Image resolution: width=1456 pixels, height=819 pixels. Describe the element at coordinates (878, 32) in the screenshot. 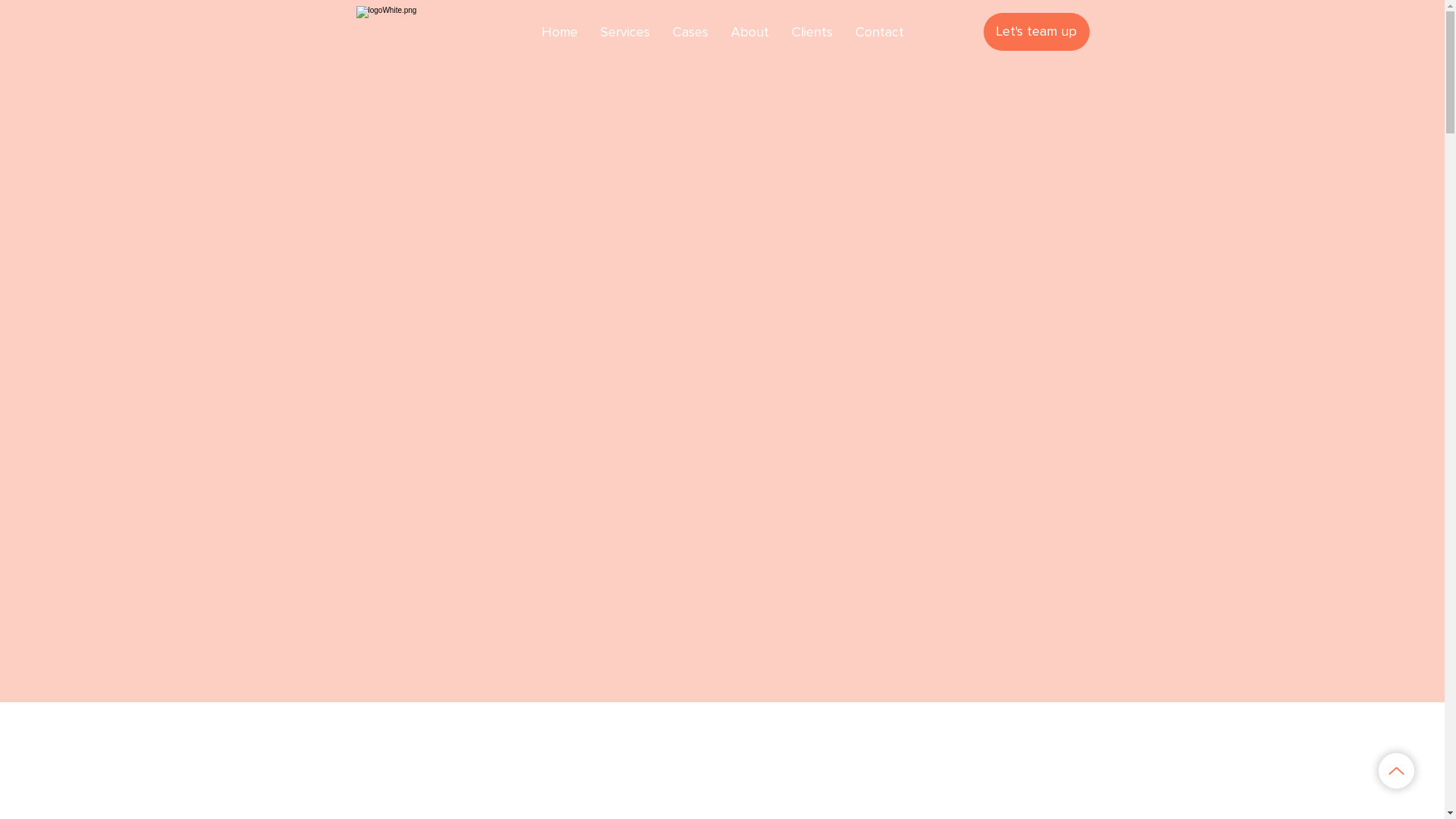

I see `'Contact'` at that location.